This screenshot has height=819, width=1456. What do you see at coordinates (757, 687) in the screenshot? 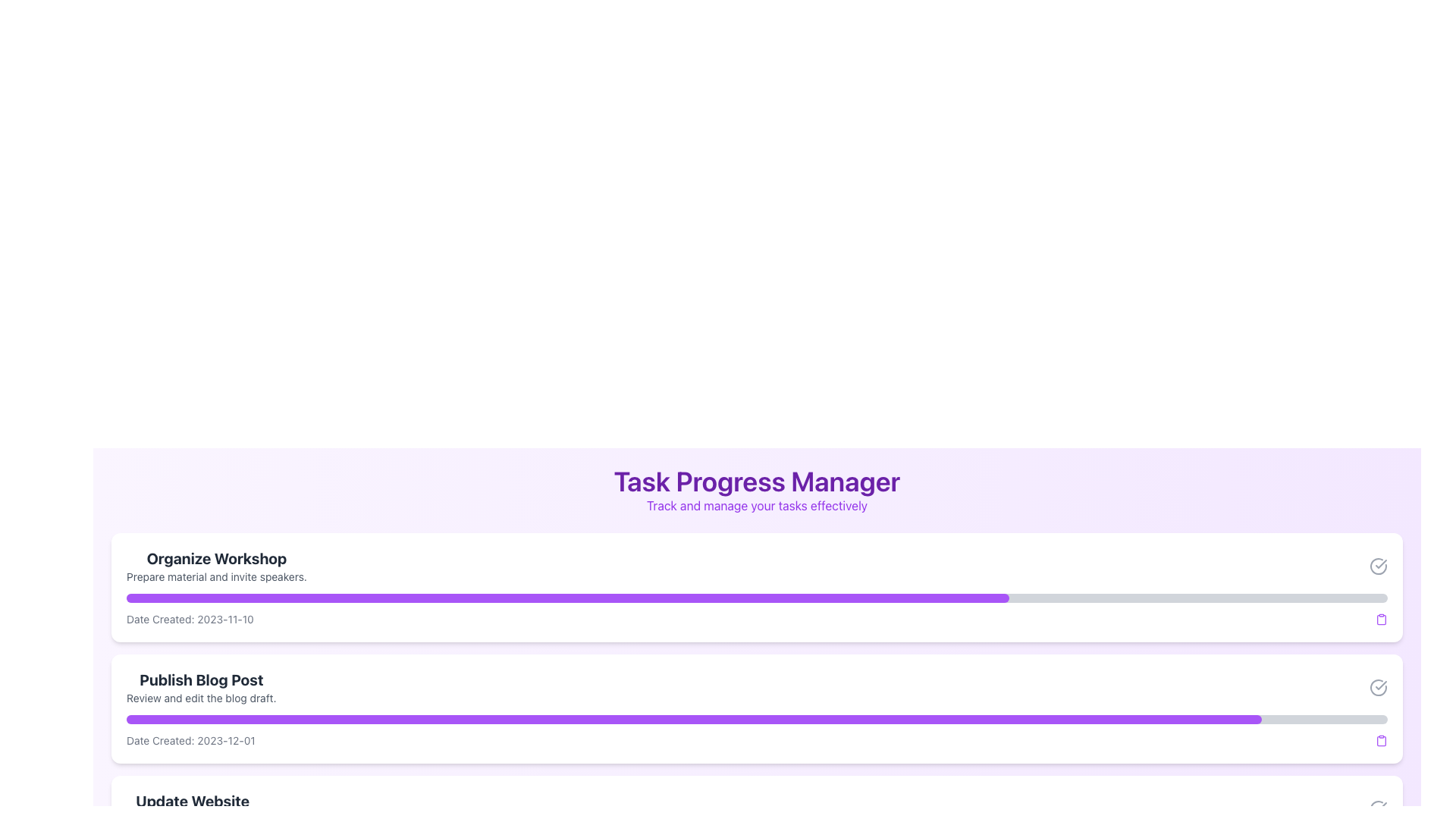
I see `the textual section within the task card labeled 'Publish Blog Post' that contains the subtitle 'Review and edit the blog draft.'` at bounding box center [757, 687].